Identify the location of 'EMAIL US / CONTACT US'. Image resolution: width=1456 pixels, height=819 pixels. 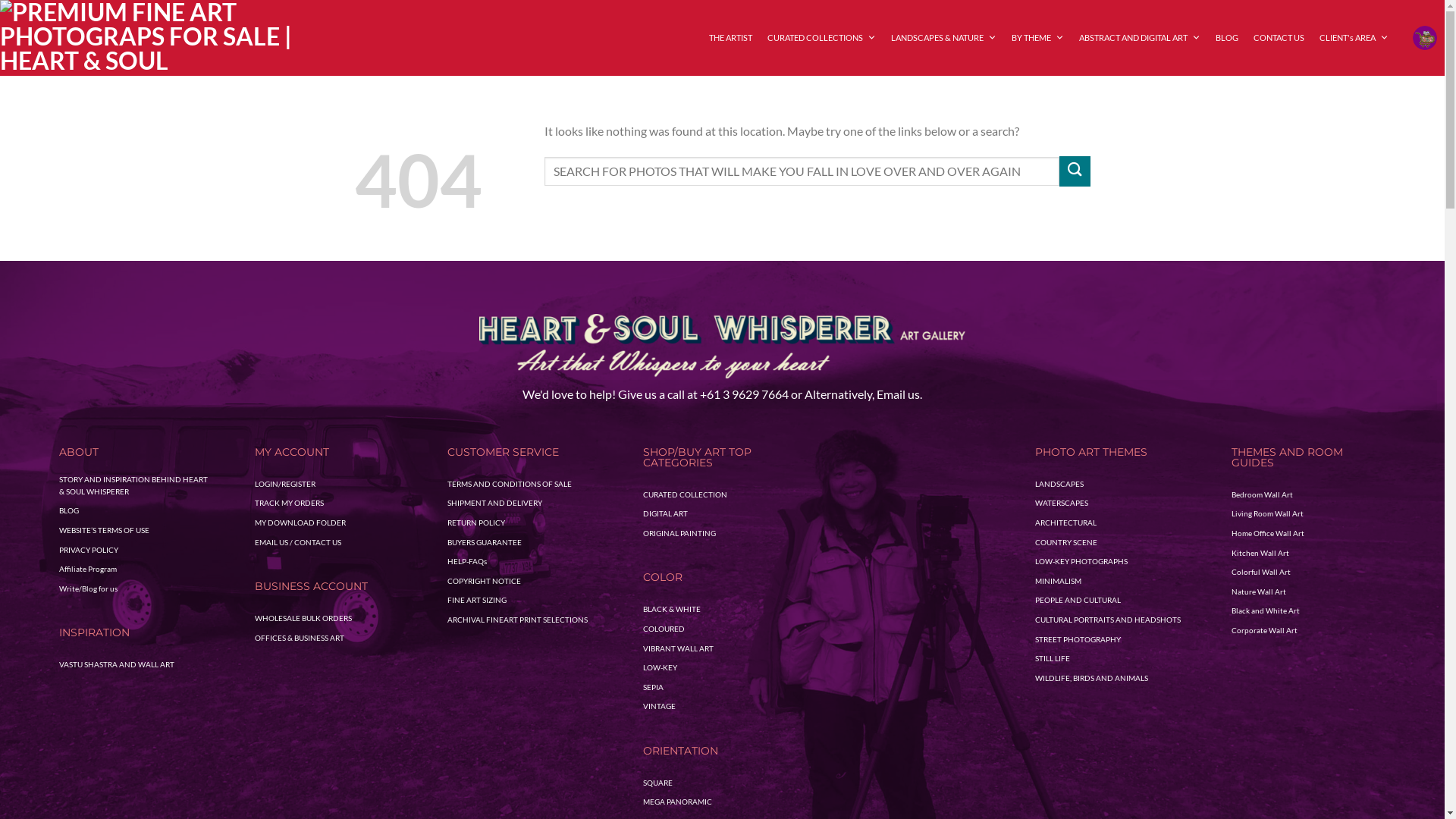
(298, 541).